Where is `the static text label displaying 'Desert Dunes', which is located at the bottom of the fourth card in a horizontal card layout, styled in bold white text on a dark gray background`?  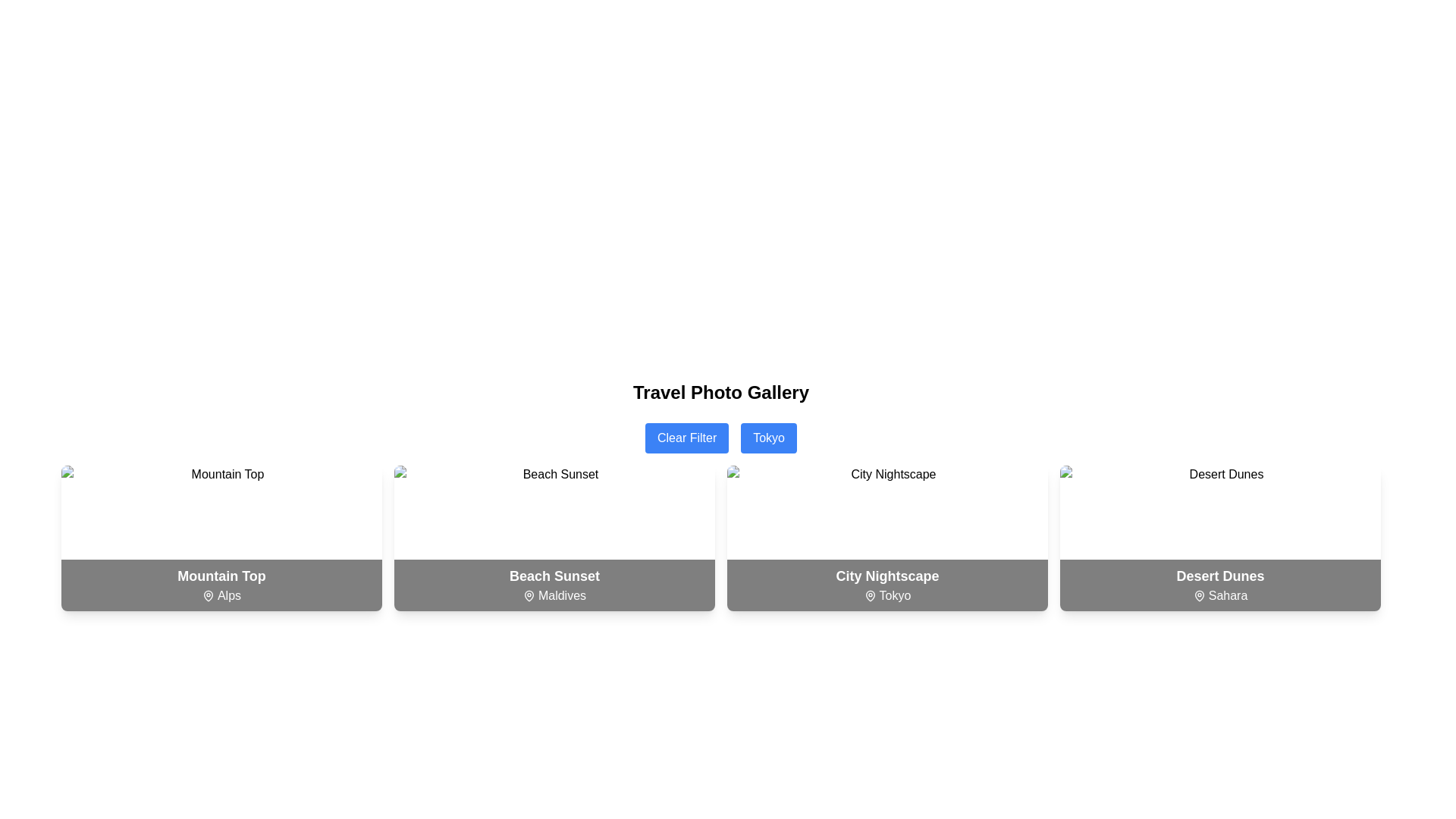 the static text label displaying 'Desert Dunes', which is located at the bottom of the fourth card in a horizontal card layout, styled in bold white text on a dark gray background is located at coordinates (1220, 576).